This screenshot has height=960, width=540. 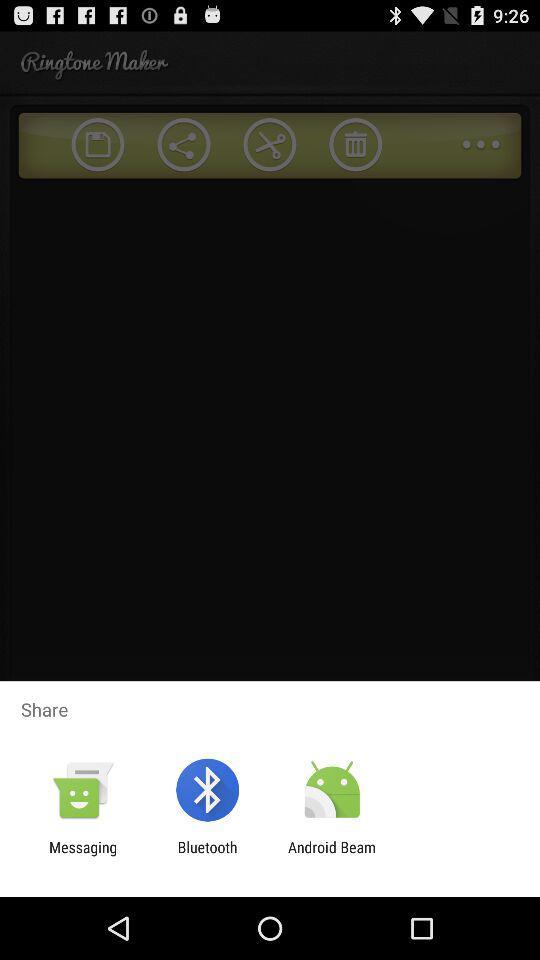 I want to click on the android beam item, so click(x=332, y=855).